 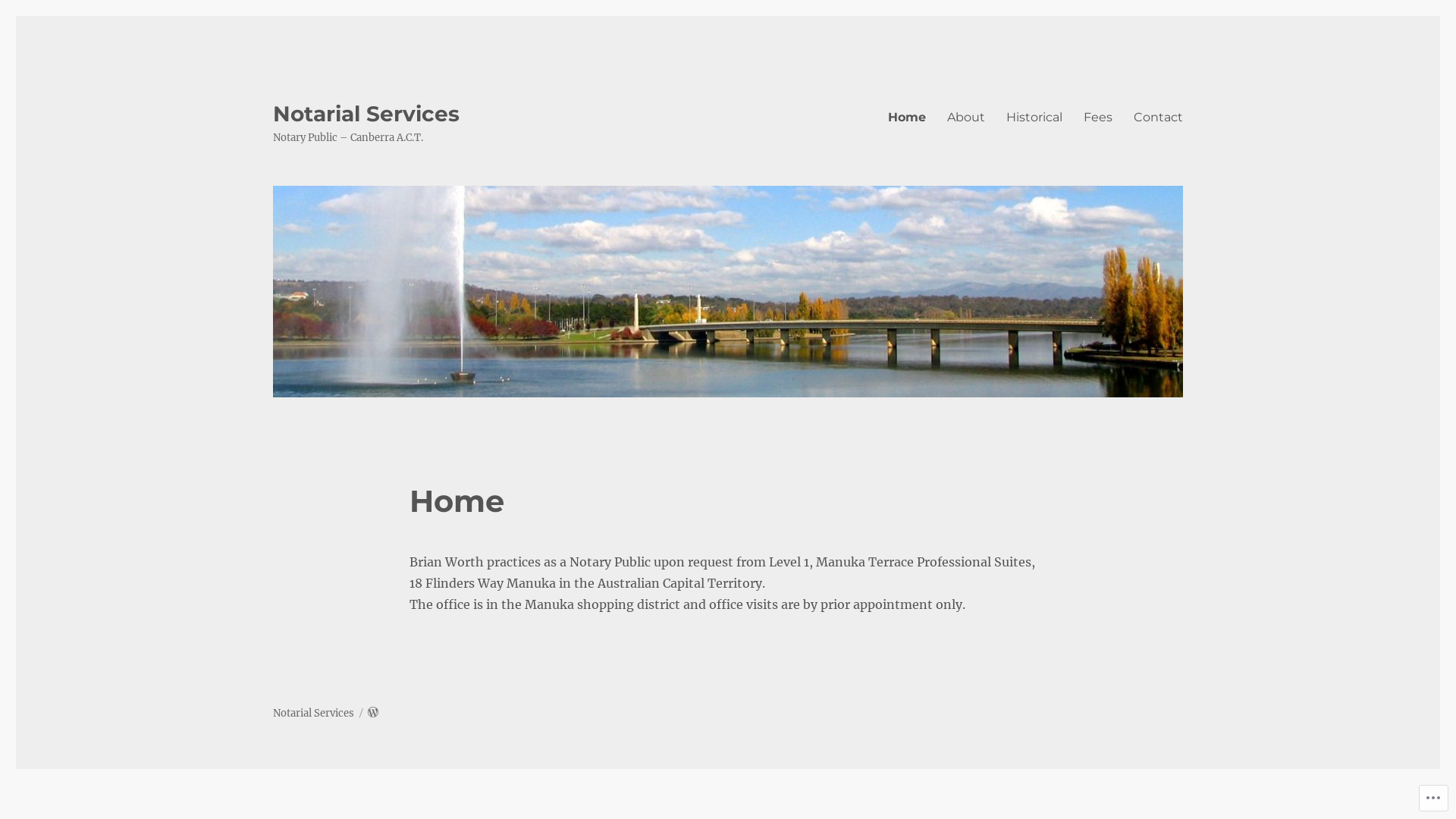 What do you see at coordinates (906, 116) in the screenshot?
I see `'Home'` at bounding box center [906, 116].